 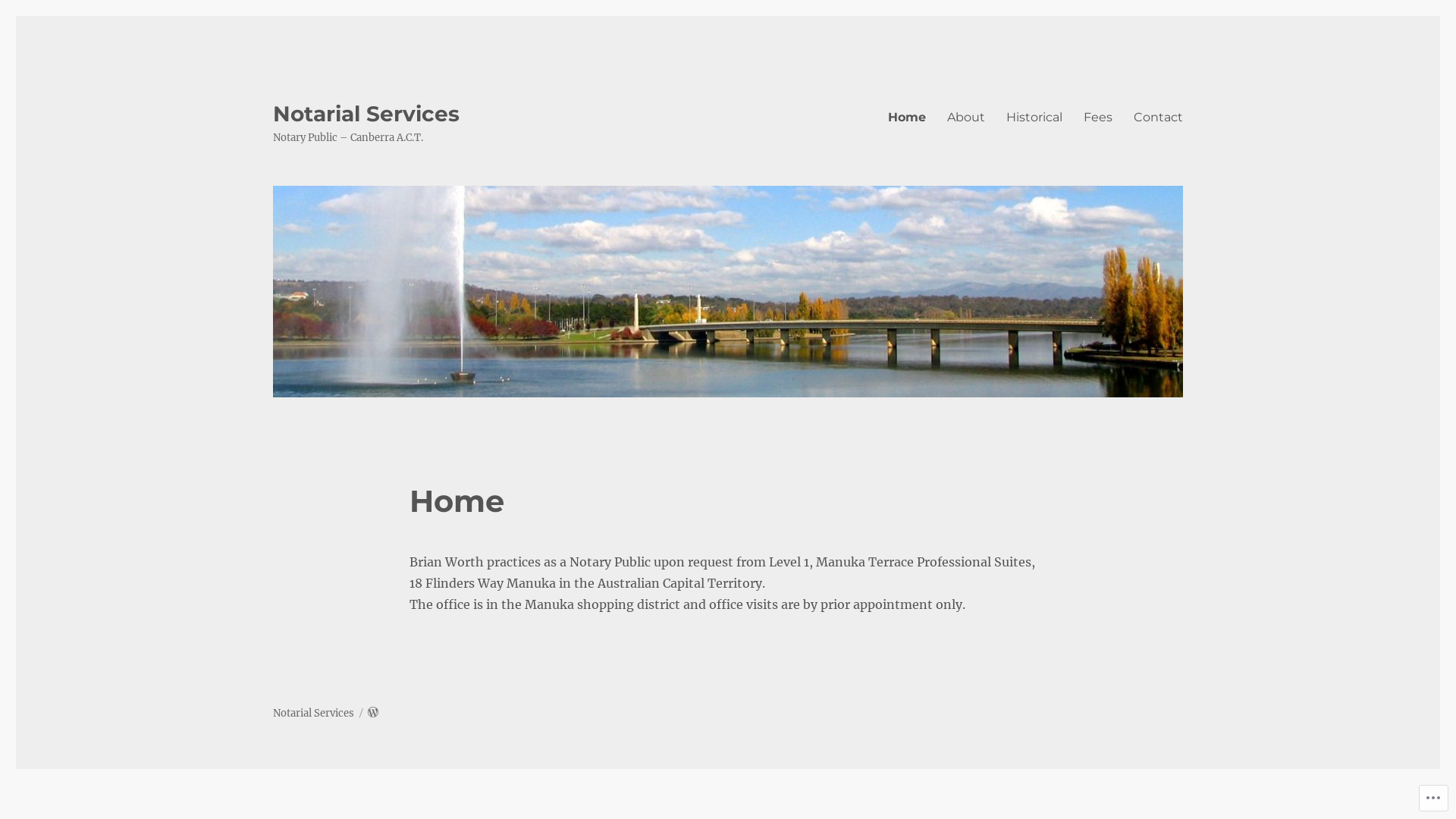 What do you see at coordinates (906, 116) in the screenshot?
I see `'Home'` at bounding box center [906, 116].